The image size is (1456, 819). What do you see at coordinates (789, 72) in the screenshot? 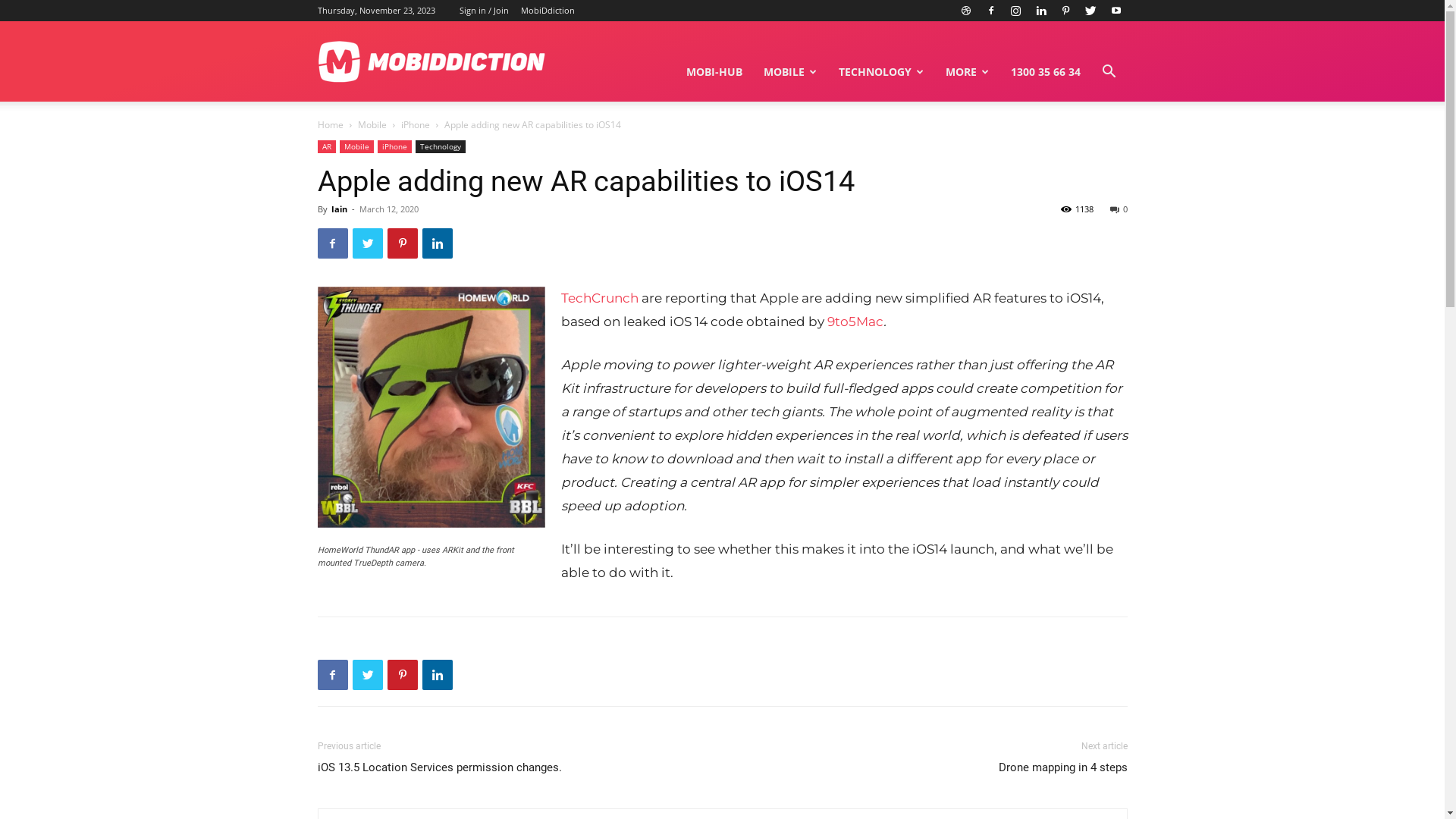
I see `'MOBILE'` at bounding box center [789, 72].